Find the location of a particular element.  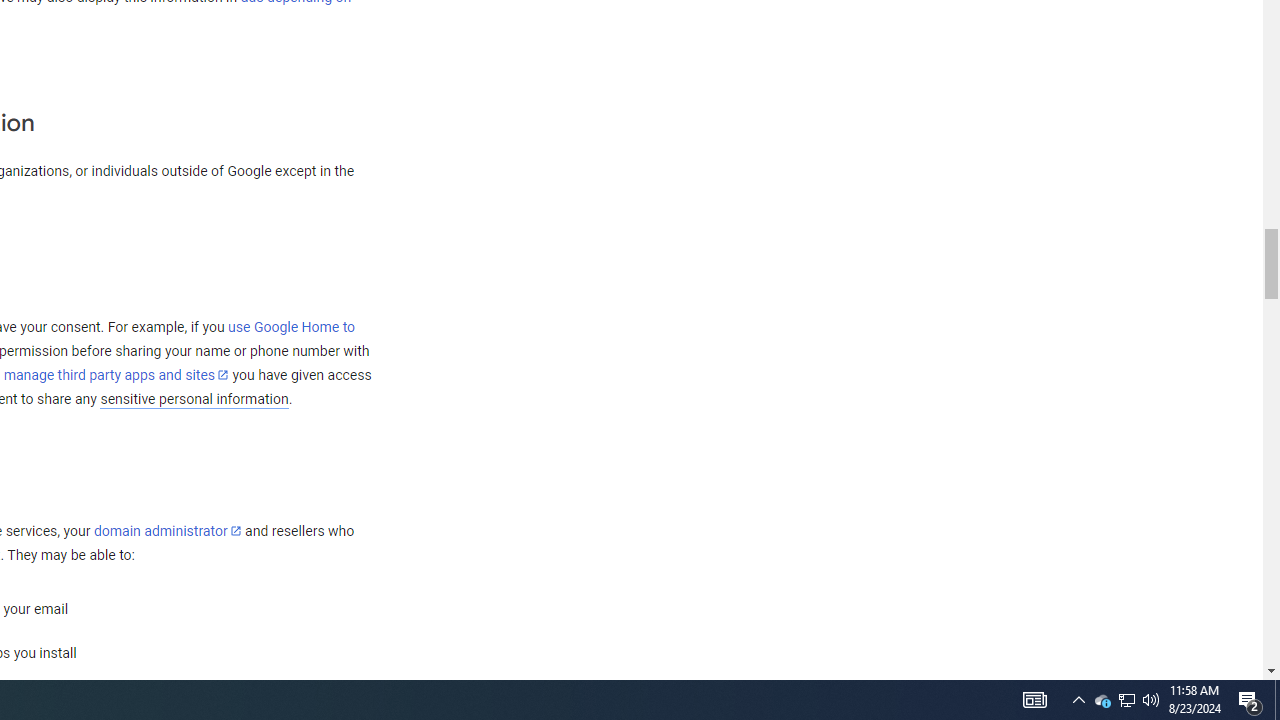

'domain administrator' is located at coordinates (167, 530).